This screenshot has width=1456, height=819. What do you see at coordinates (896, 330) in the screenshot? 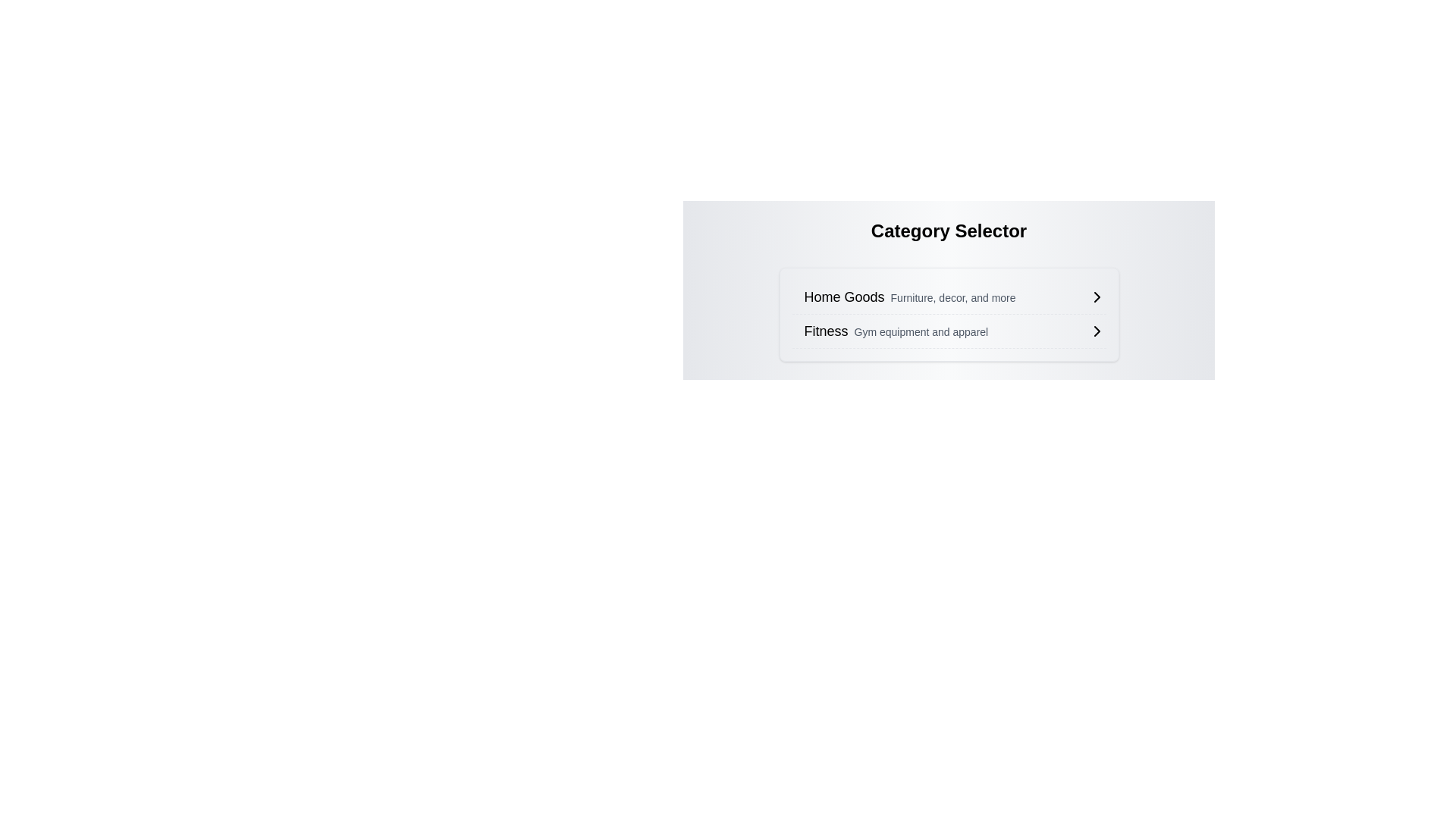
I see `the 'Fitness' category label, which displays 'Fitness' prominently in a larger, bold font` at bounding box center [896, 330].